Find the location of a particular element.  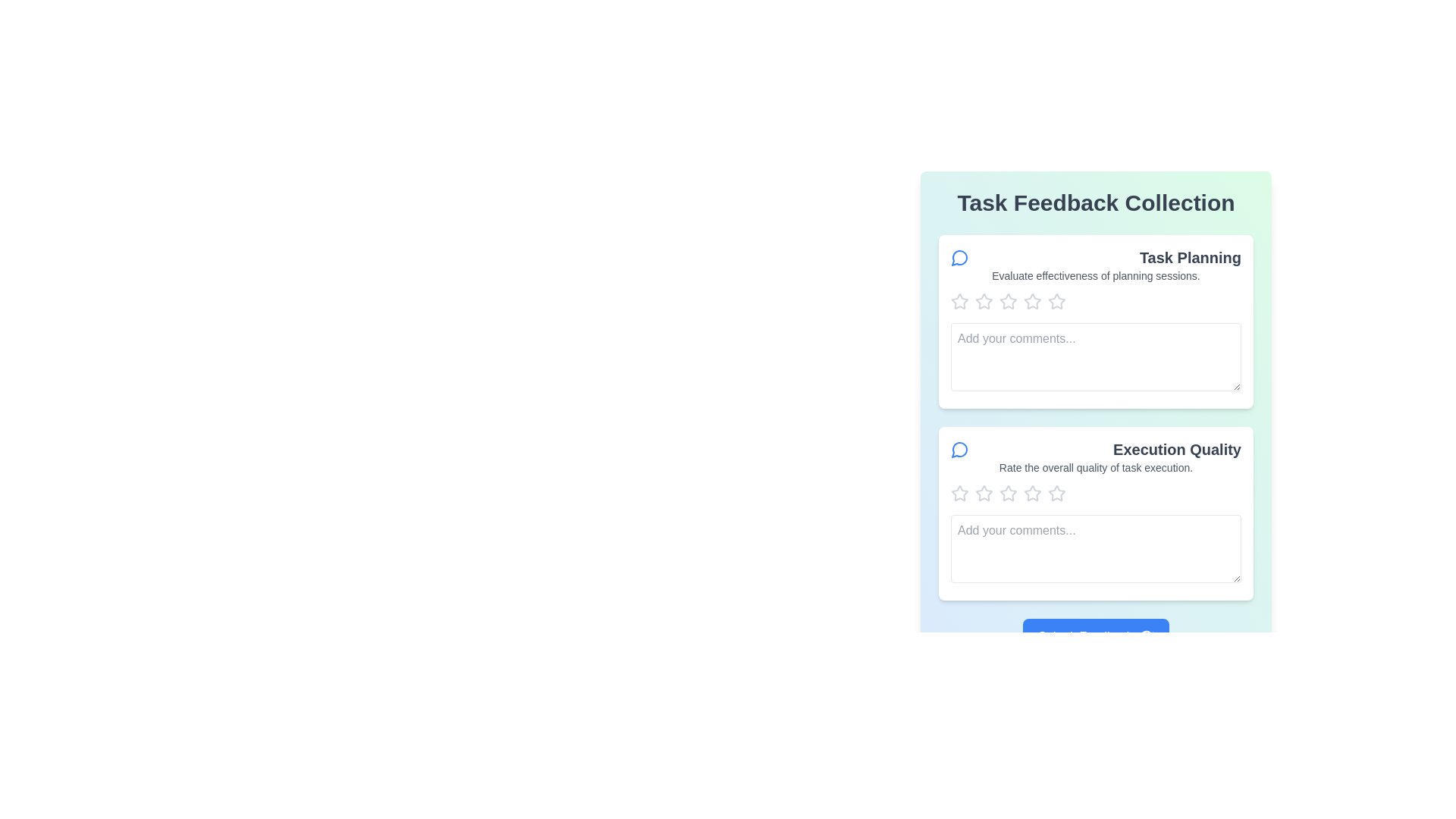

the second star icon in the rating system located in the 'Task Planning' section is located at coordinates (1008, 301).